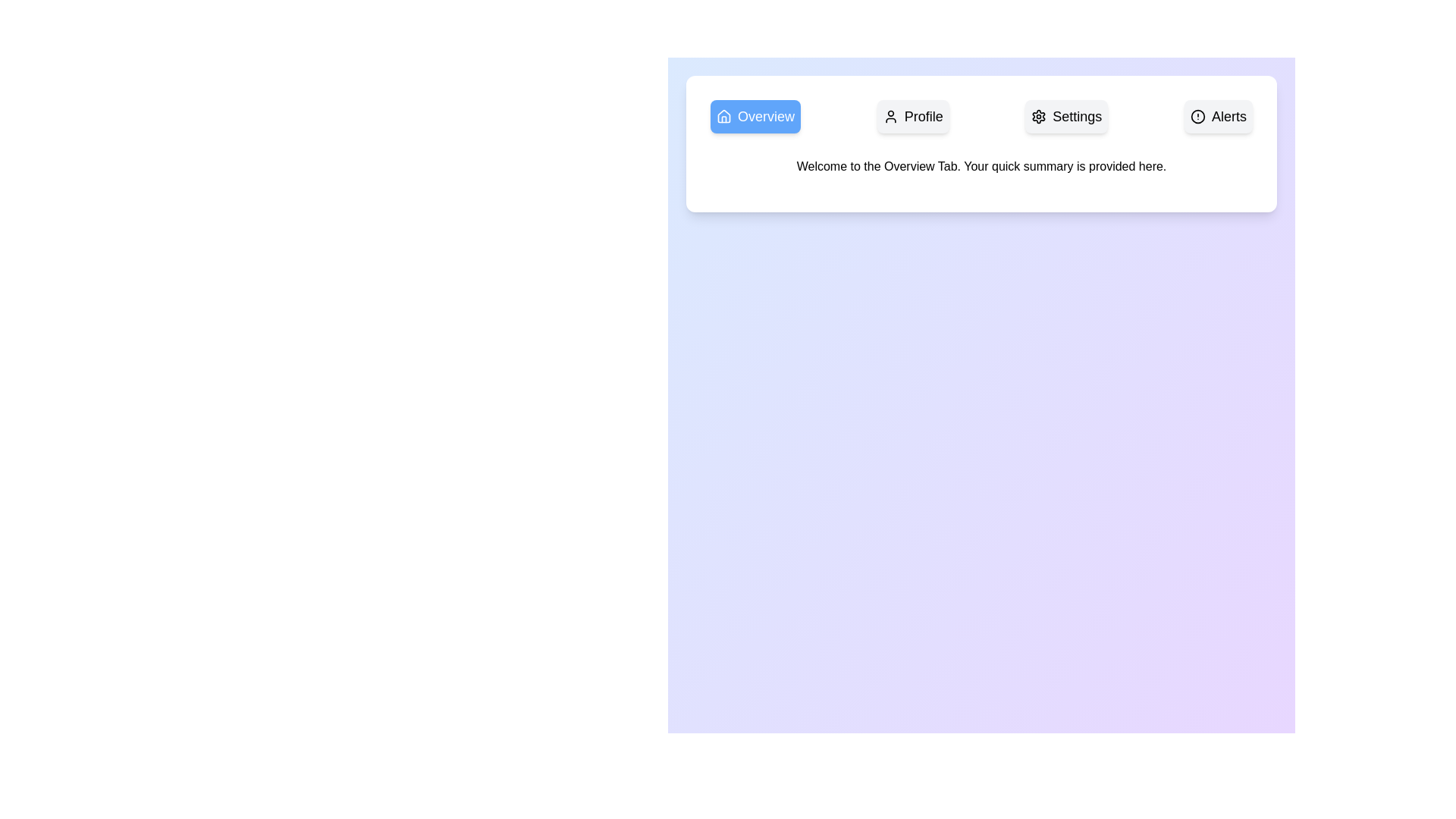 This screenshot has height=819, width=1456. I want to click on the 'Settings' button, which has a gear icon and a gray background, so click(1065, 116).